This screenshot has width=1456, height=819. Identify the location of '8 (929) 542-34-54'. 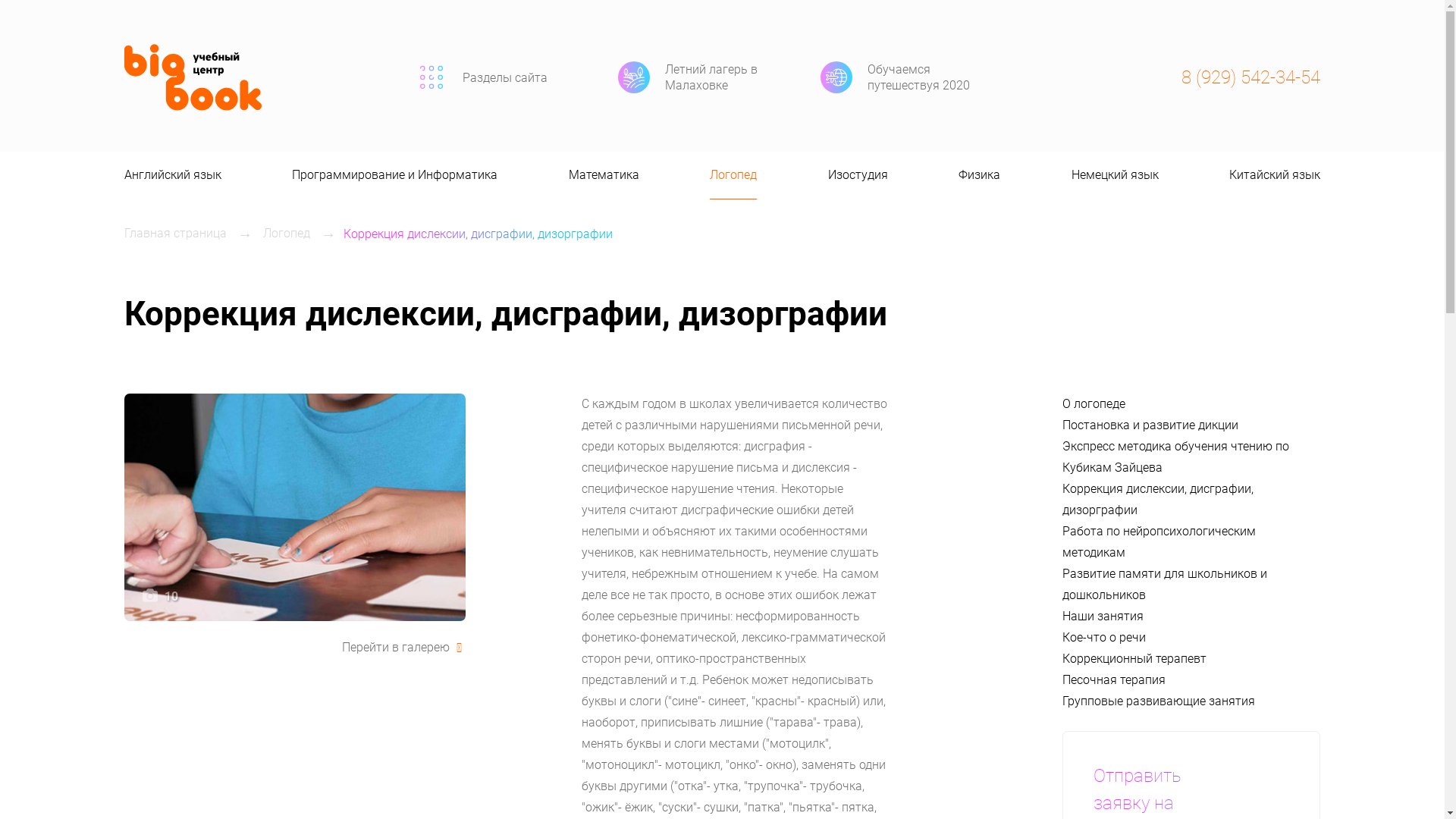
(1250, 77).